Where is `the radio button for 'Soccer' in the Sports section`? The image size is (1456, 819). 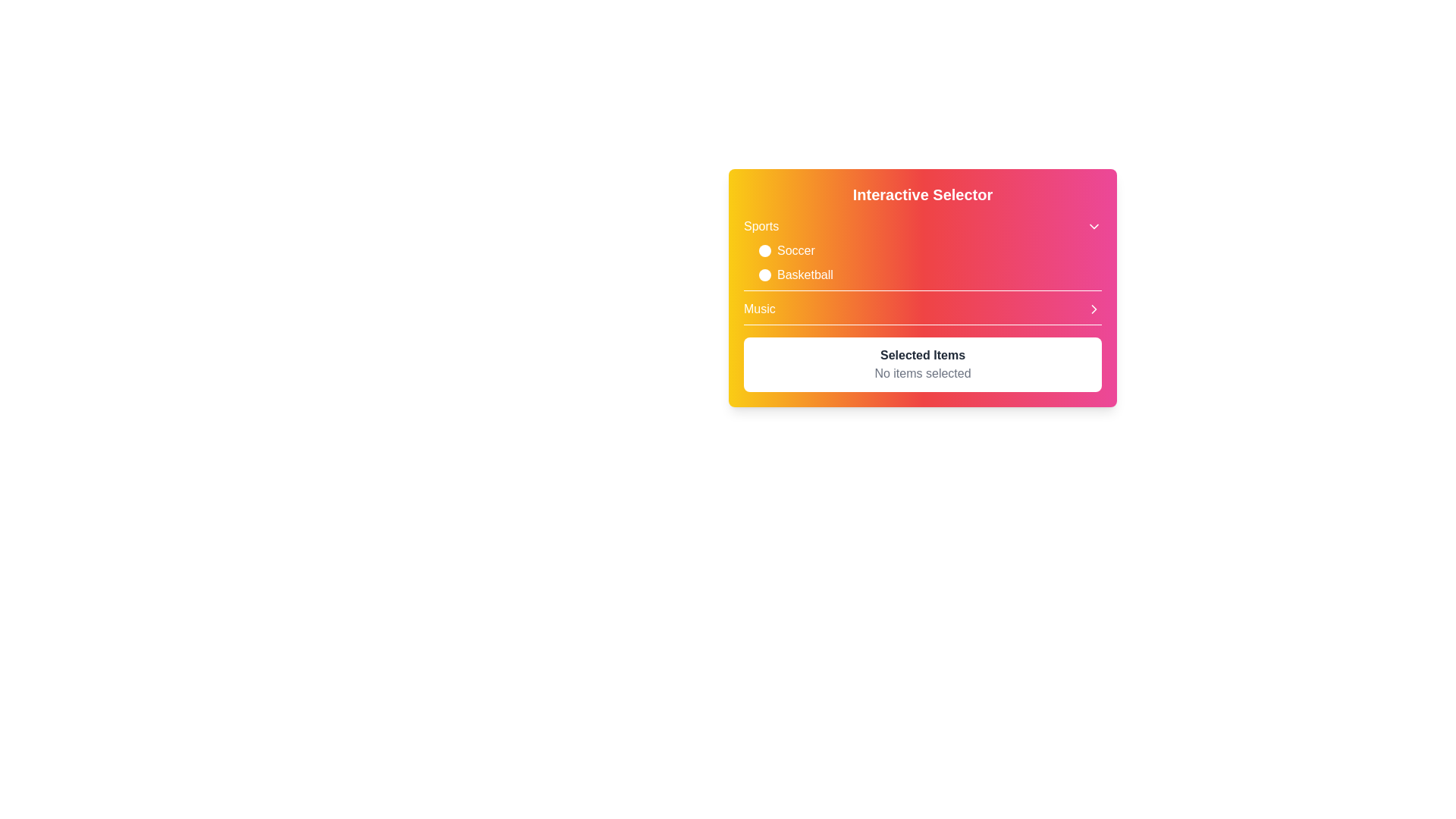
the radio button for 'Soccer' in the Sports section is located at coordinates (922, 262).